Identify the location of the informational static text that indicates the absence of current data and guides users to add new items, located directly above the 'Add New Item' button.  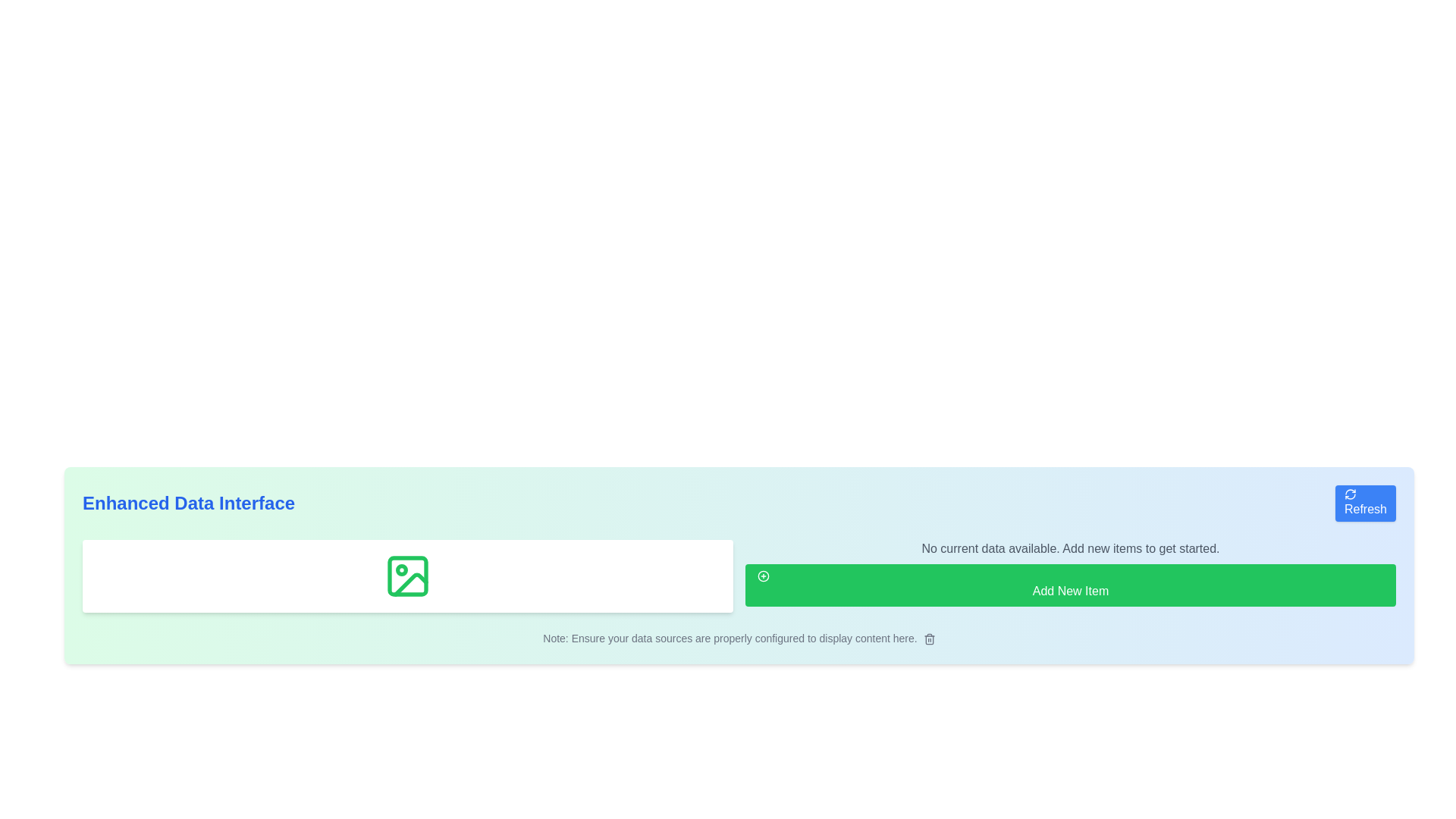
(1069, 549).